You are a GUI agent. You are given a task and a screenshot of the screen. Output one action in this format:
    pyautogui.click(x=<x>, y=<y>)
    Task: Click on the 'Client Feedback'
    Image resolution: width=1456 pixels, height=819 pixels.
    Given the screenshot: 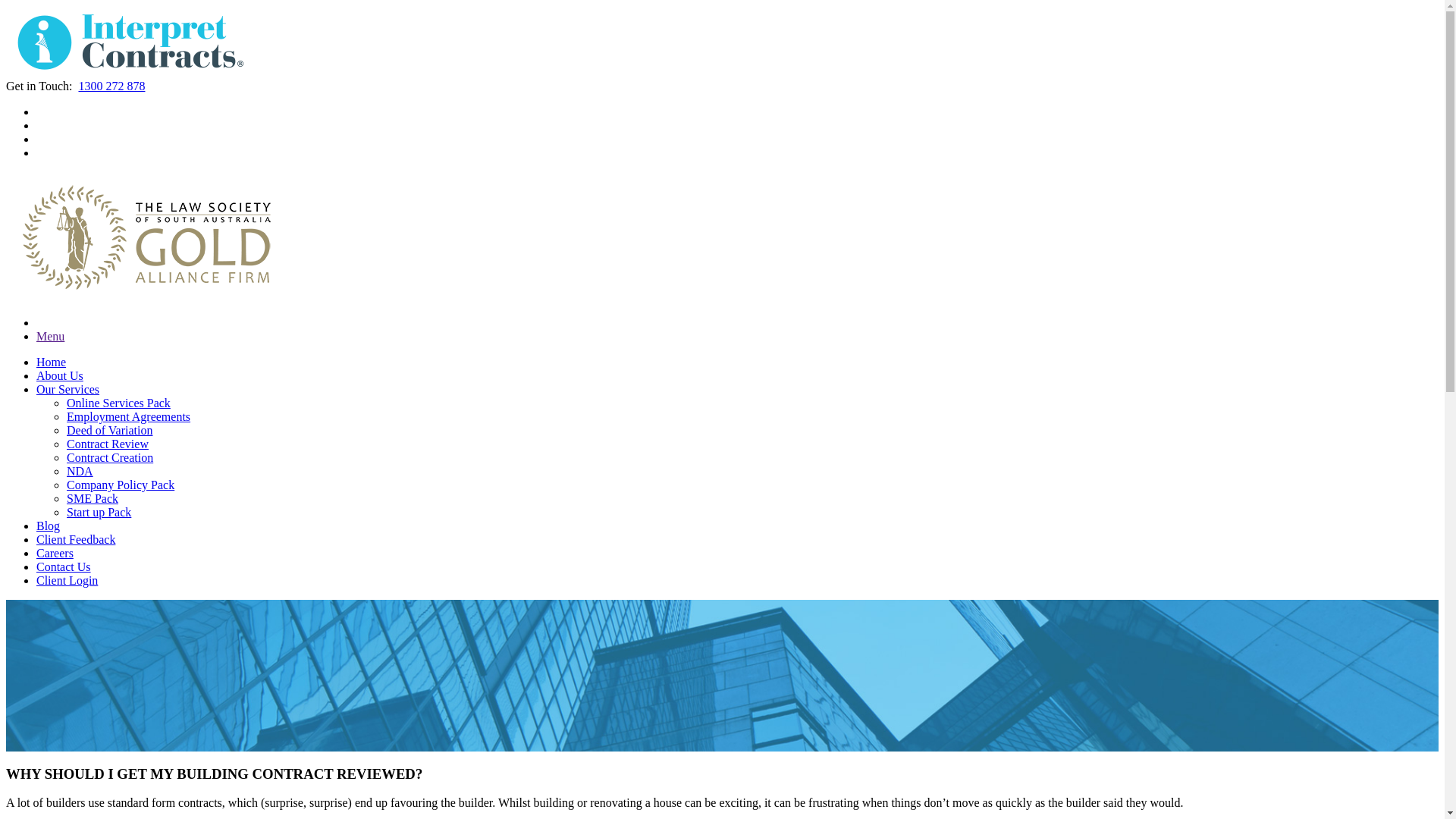 What is the action you would take?
    pyautogui.click(x=75, y=538)
    